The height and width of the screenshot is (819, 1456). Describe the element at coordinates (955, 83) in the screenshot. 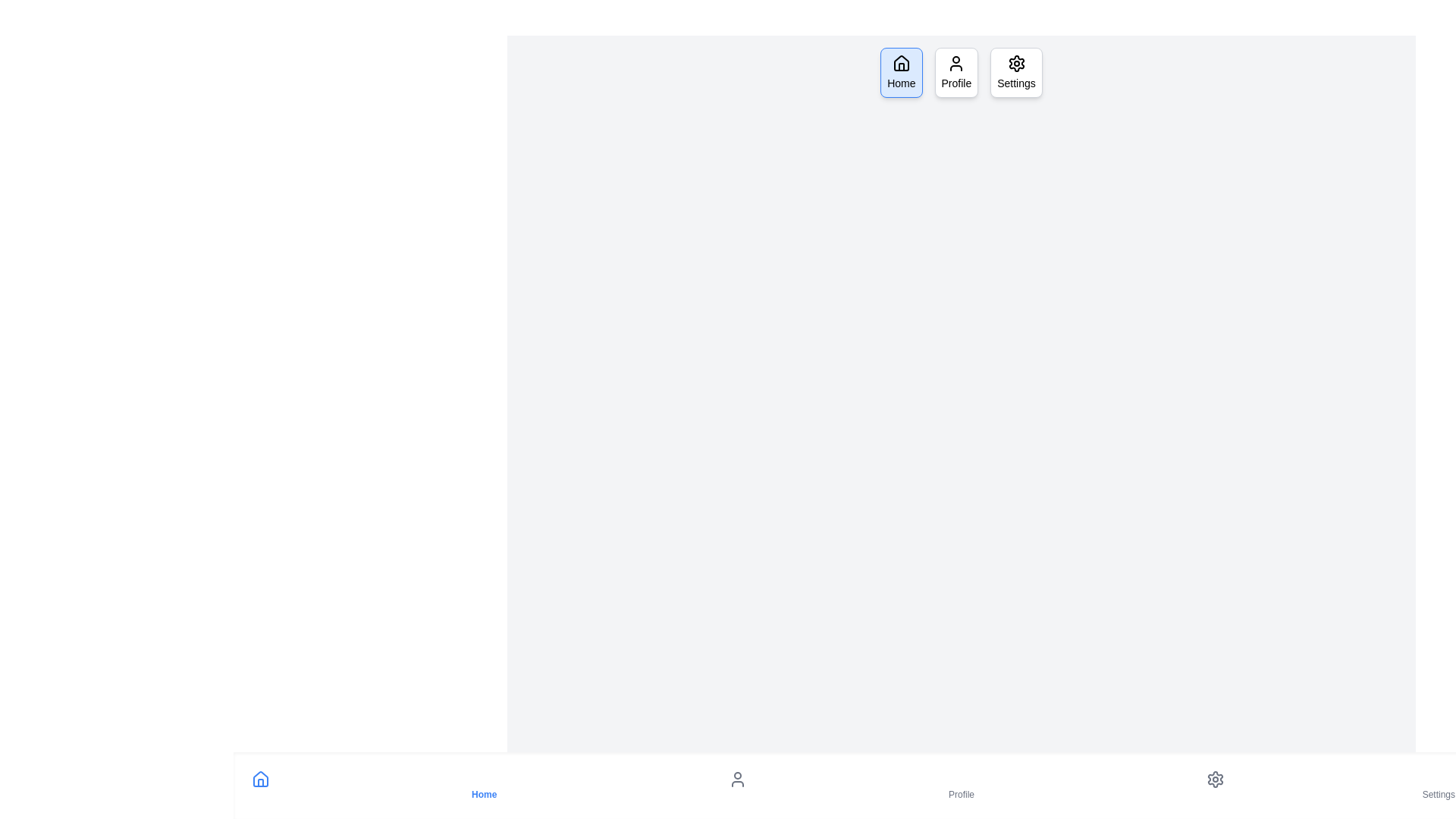

I see `the Text label that indicates the functionality of accessing the user's profile, located under the 'Profile' label in the middle section of the top navigation bar` at that location.